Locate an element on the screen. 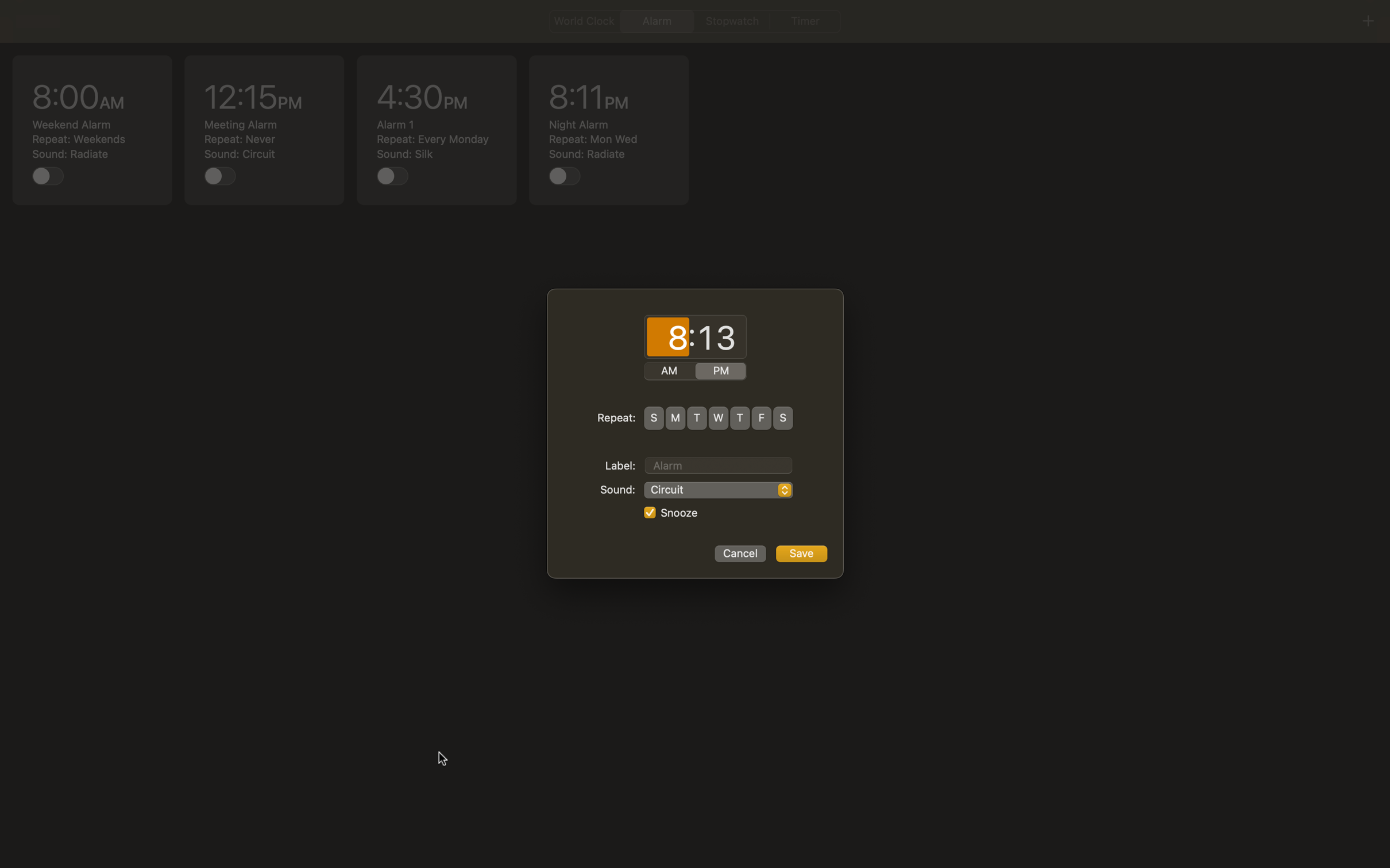  "Rock Music" in the sound settings is located at coordinates (718, 490).